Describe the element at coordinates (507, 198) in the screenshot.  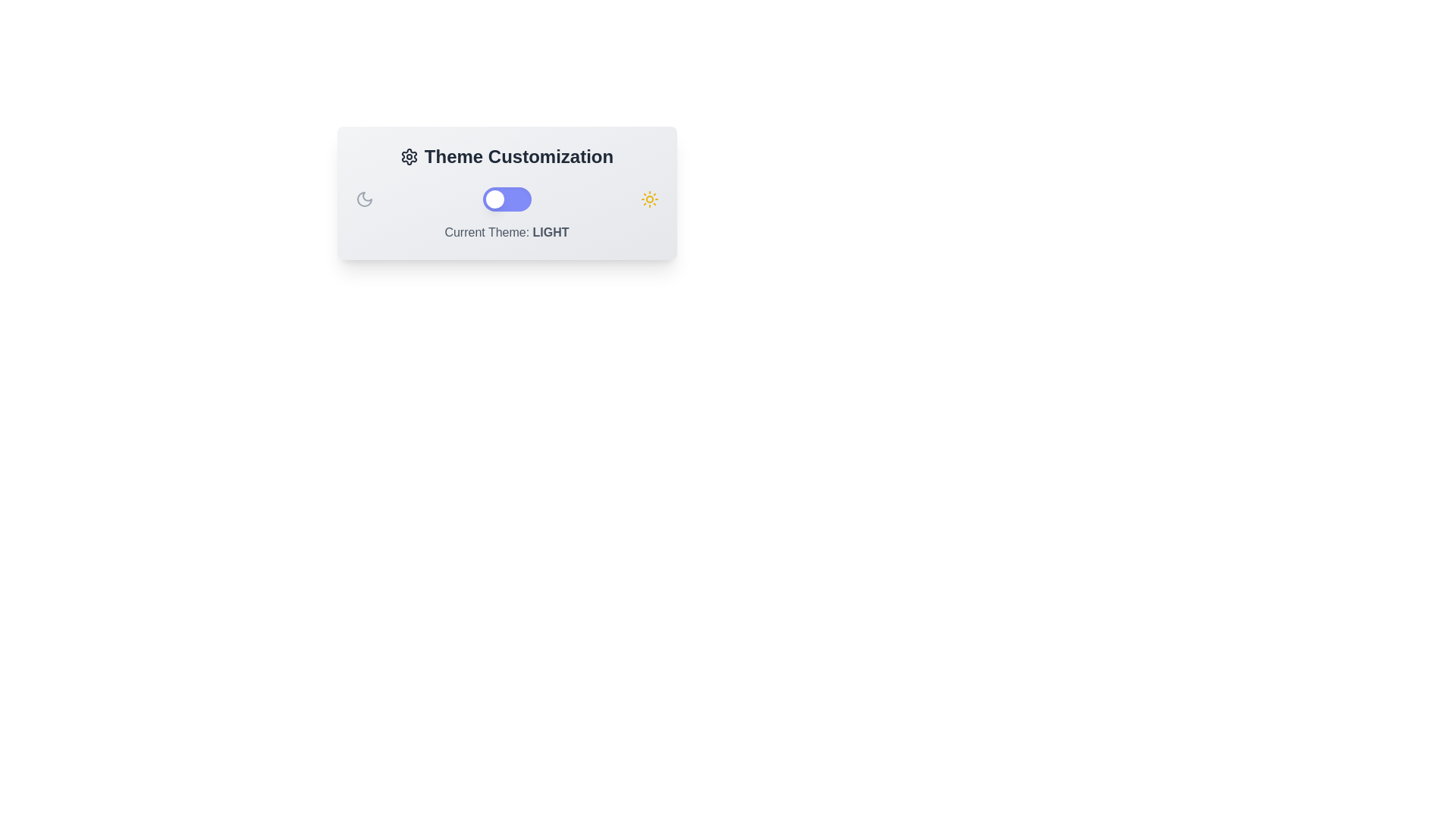
I see `the toggle switch to change the theme` at that location.